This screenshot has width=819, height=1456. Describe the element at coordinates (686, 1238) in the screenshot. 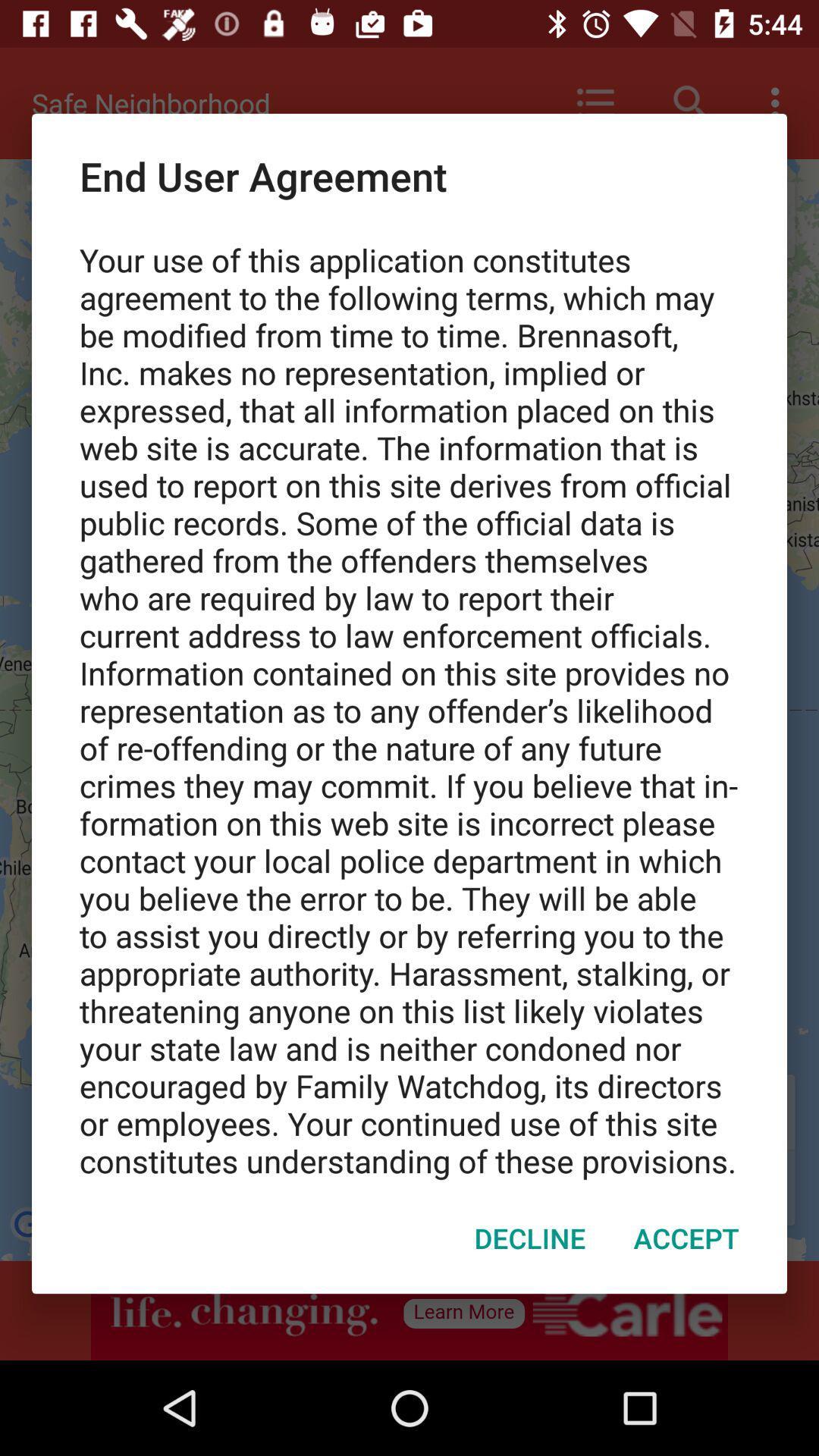

I see `the item to the right of the decline item` at that location.